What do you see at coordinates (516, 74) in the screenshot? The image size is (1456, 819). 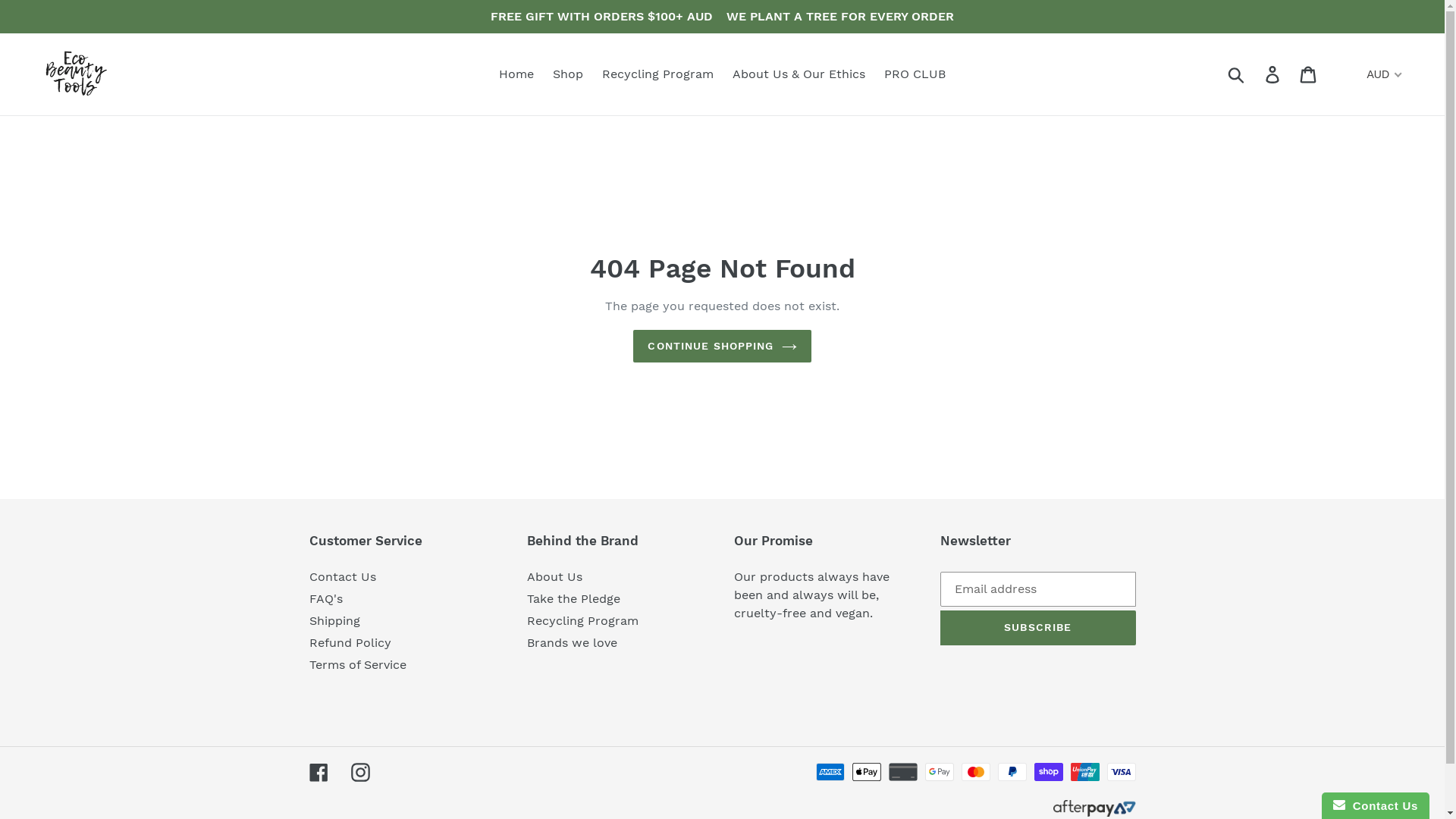 I see `'Home'` at bounding box center [516, 74].